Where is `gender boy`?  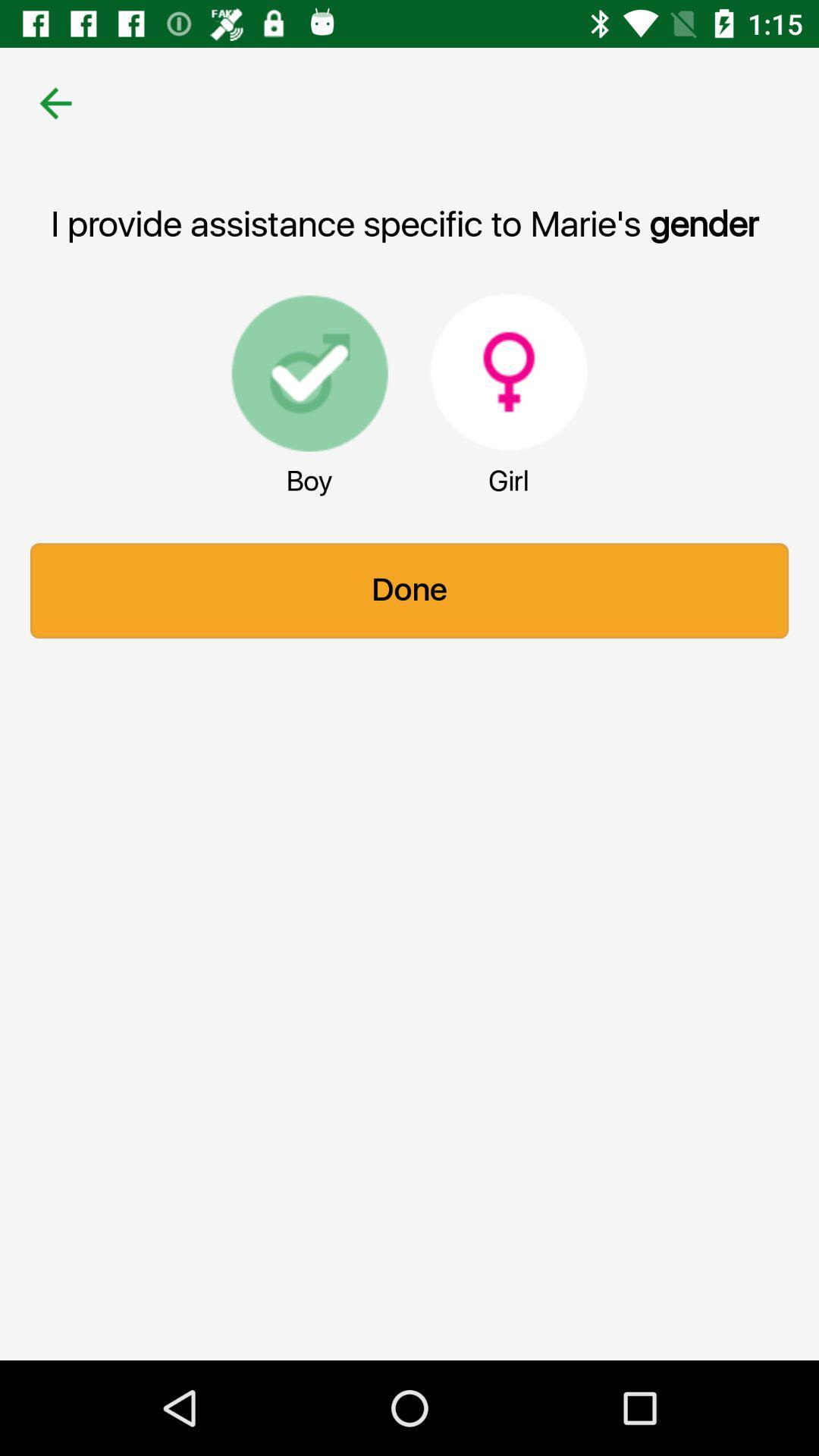
gender boy is located at coordinates (309, 372).